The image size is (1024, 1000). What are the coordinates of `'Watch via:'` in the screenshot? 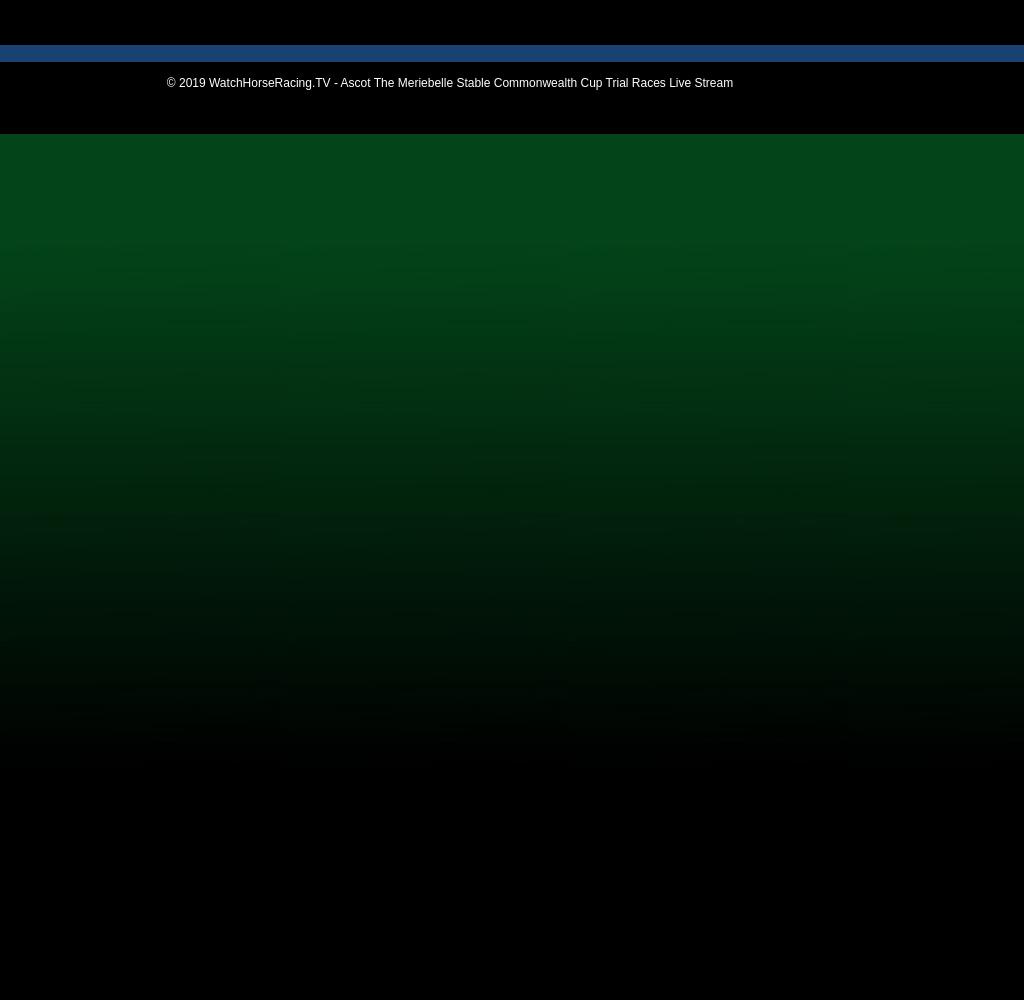 It's located at (80, 14).